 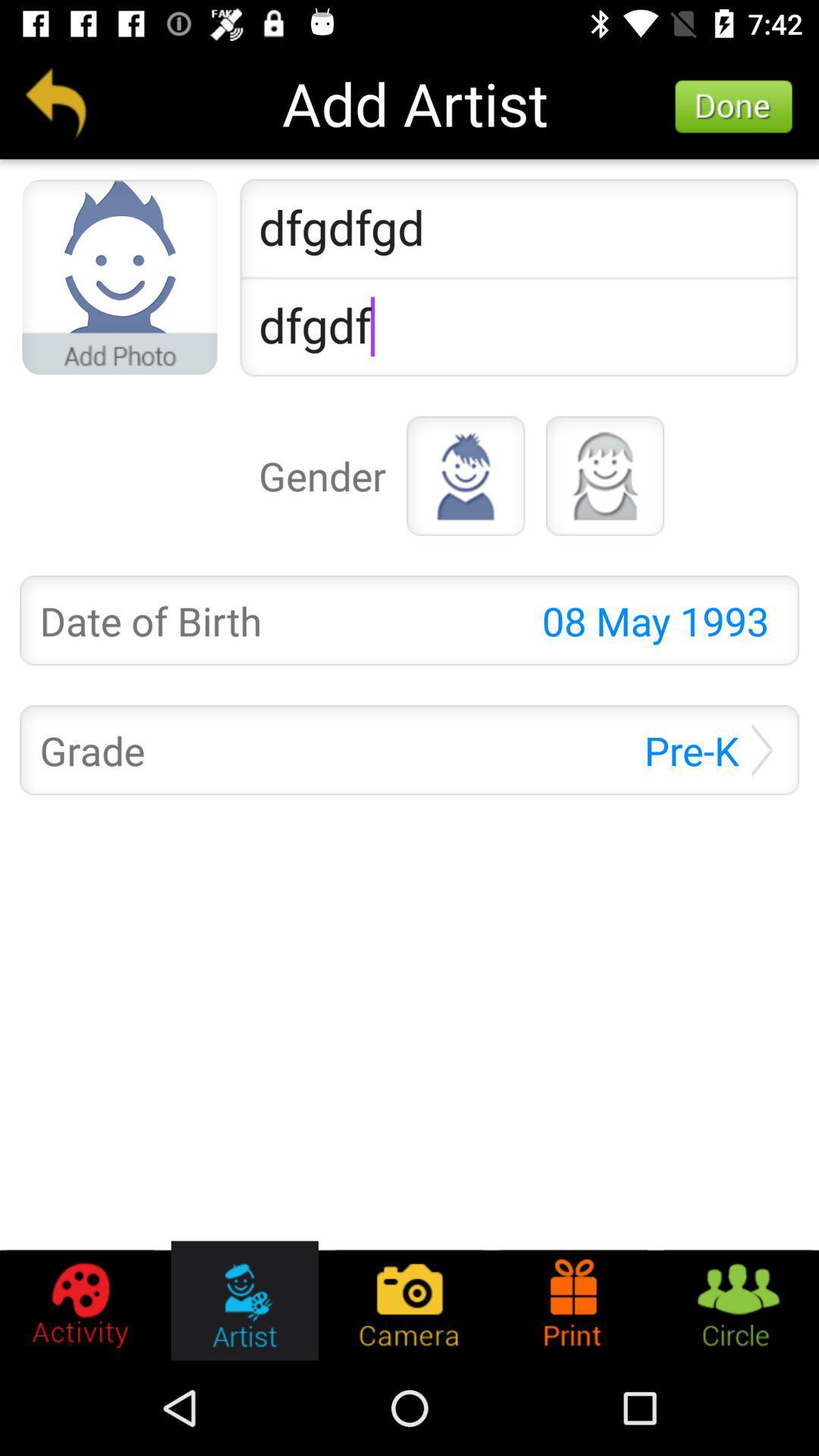 What do you see at coordinates (733, 106) in the screenshot?
I see `the icon to the right of add artist icon` at bounding box center [733, 106].